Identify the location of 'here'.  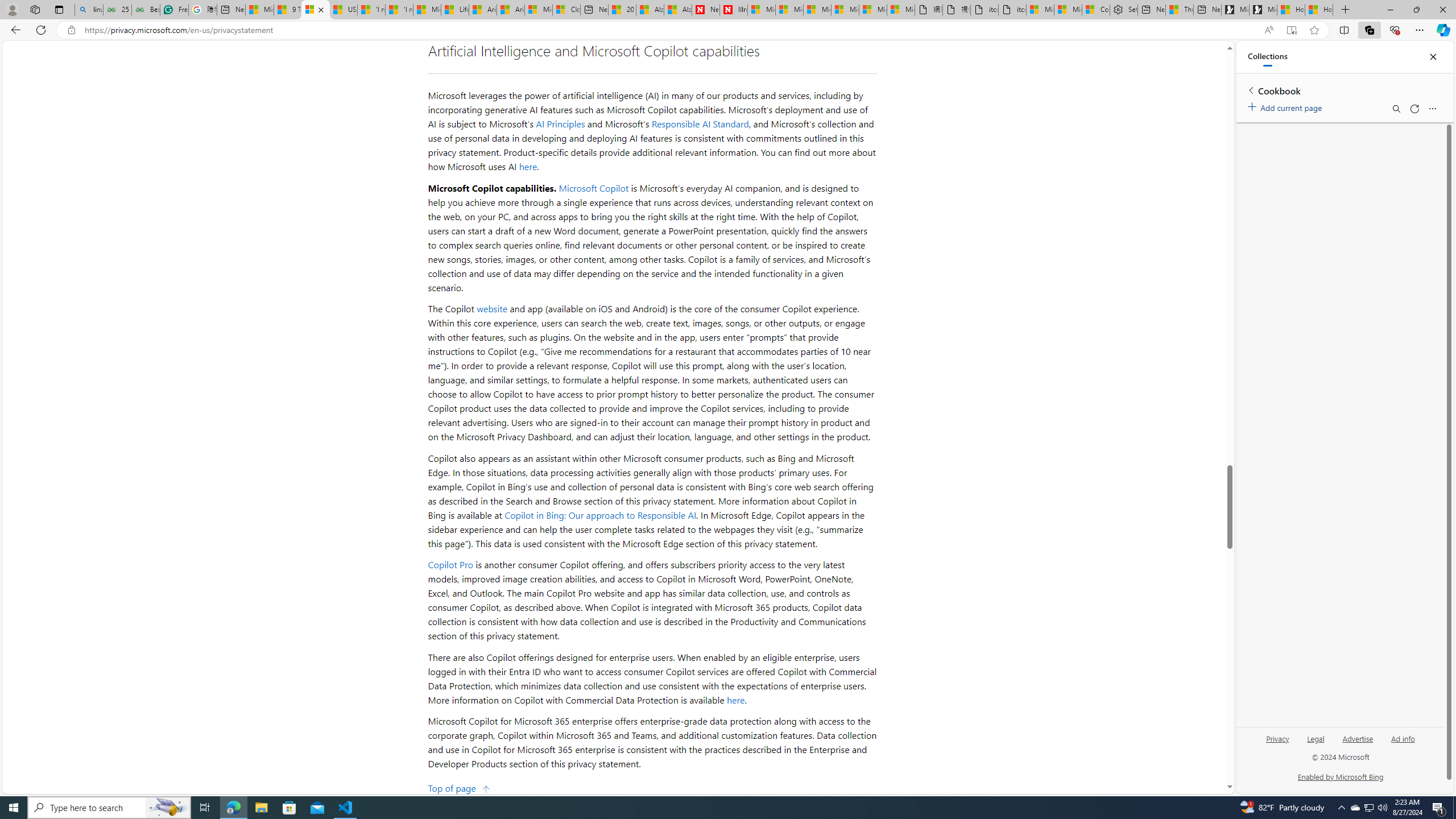
(735, 699).